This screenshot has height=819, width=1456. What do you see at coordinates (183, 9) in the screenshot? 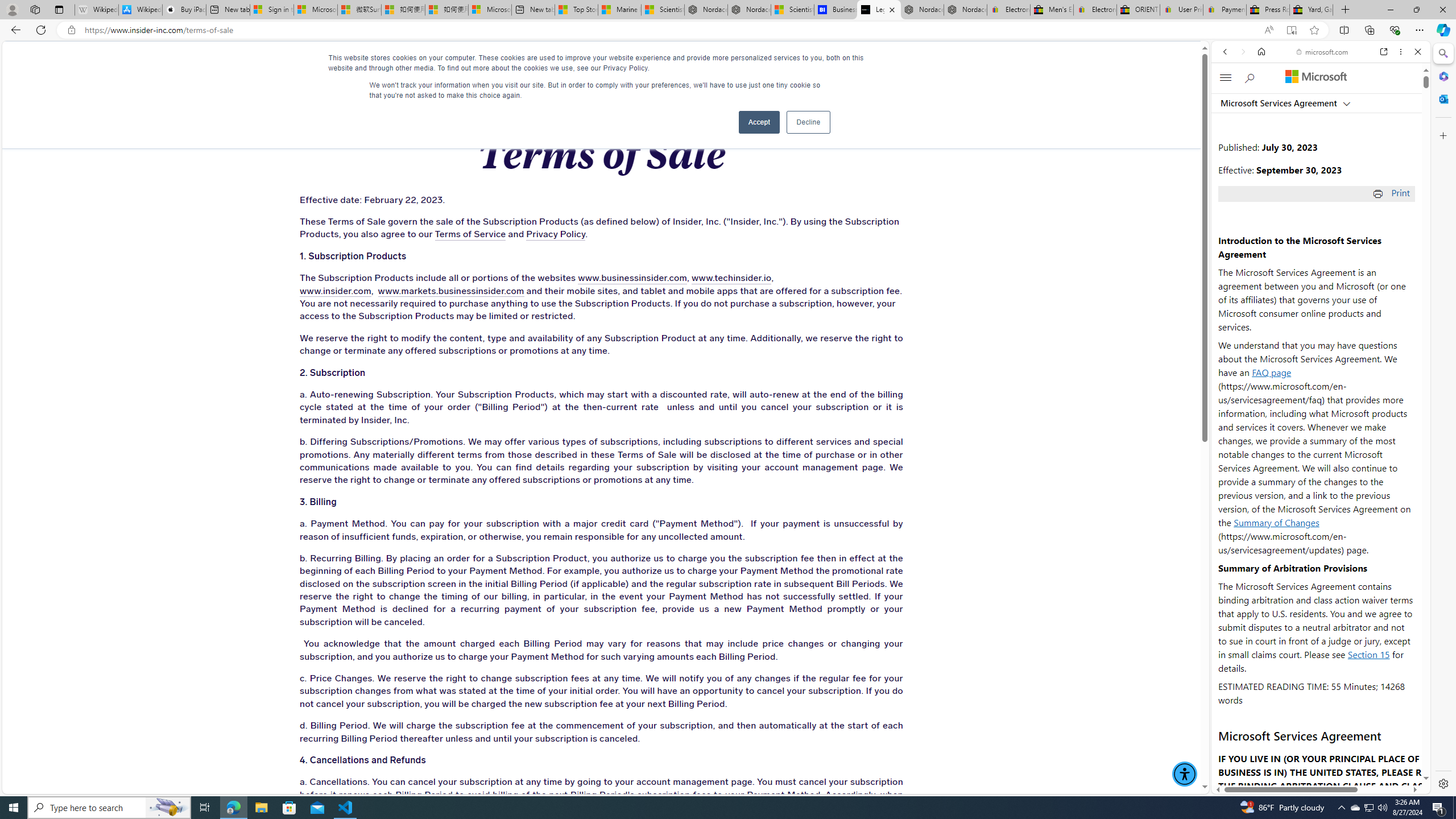
I see `'Buy iPad - Apple'` at bounding box center [183, 9].